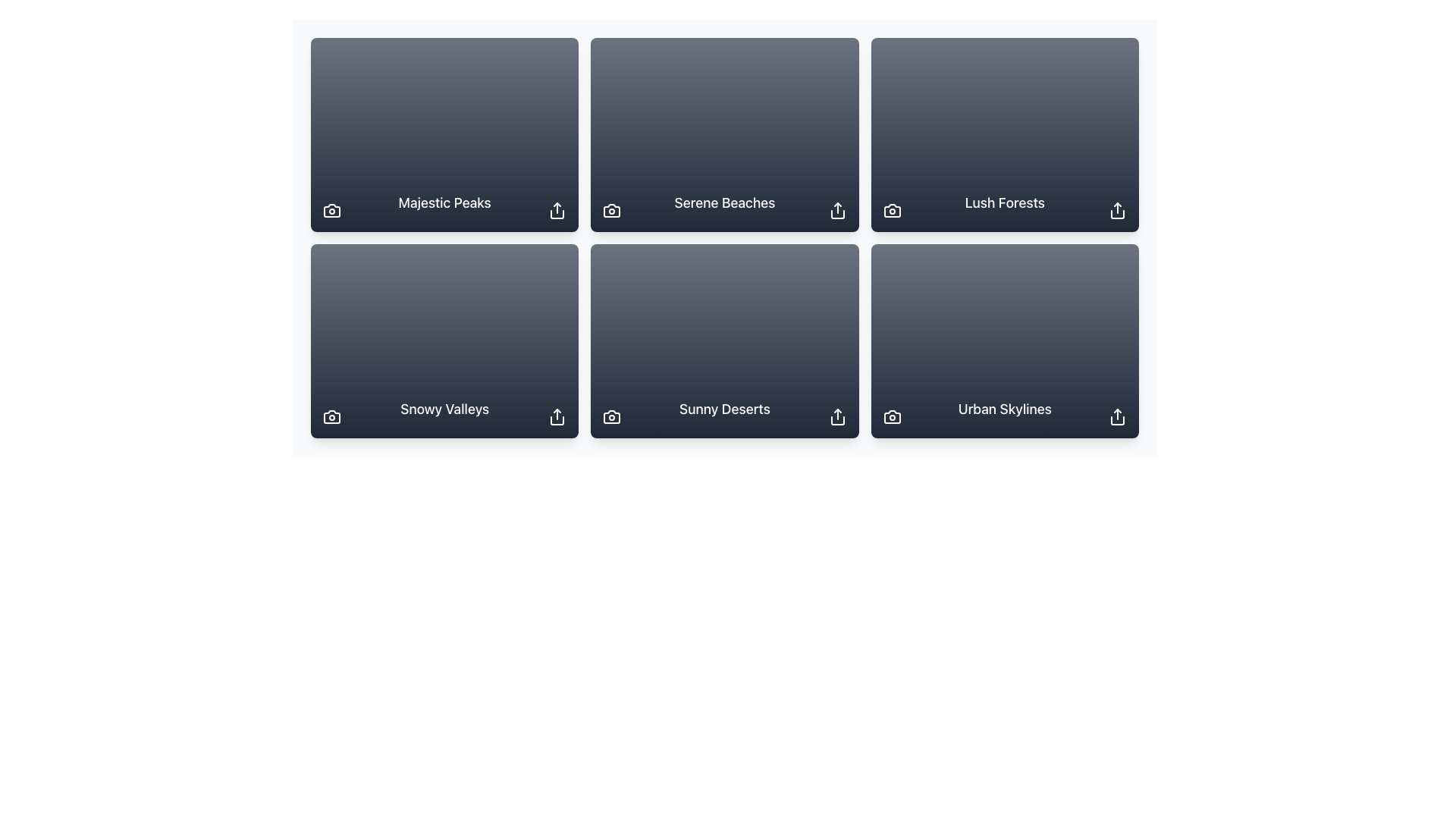  I want to click on text label 'Sunny Deserts' located at the bottom center of the dark card in the second row, third column of a three-by-two grid layout, so click(723, 409).